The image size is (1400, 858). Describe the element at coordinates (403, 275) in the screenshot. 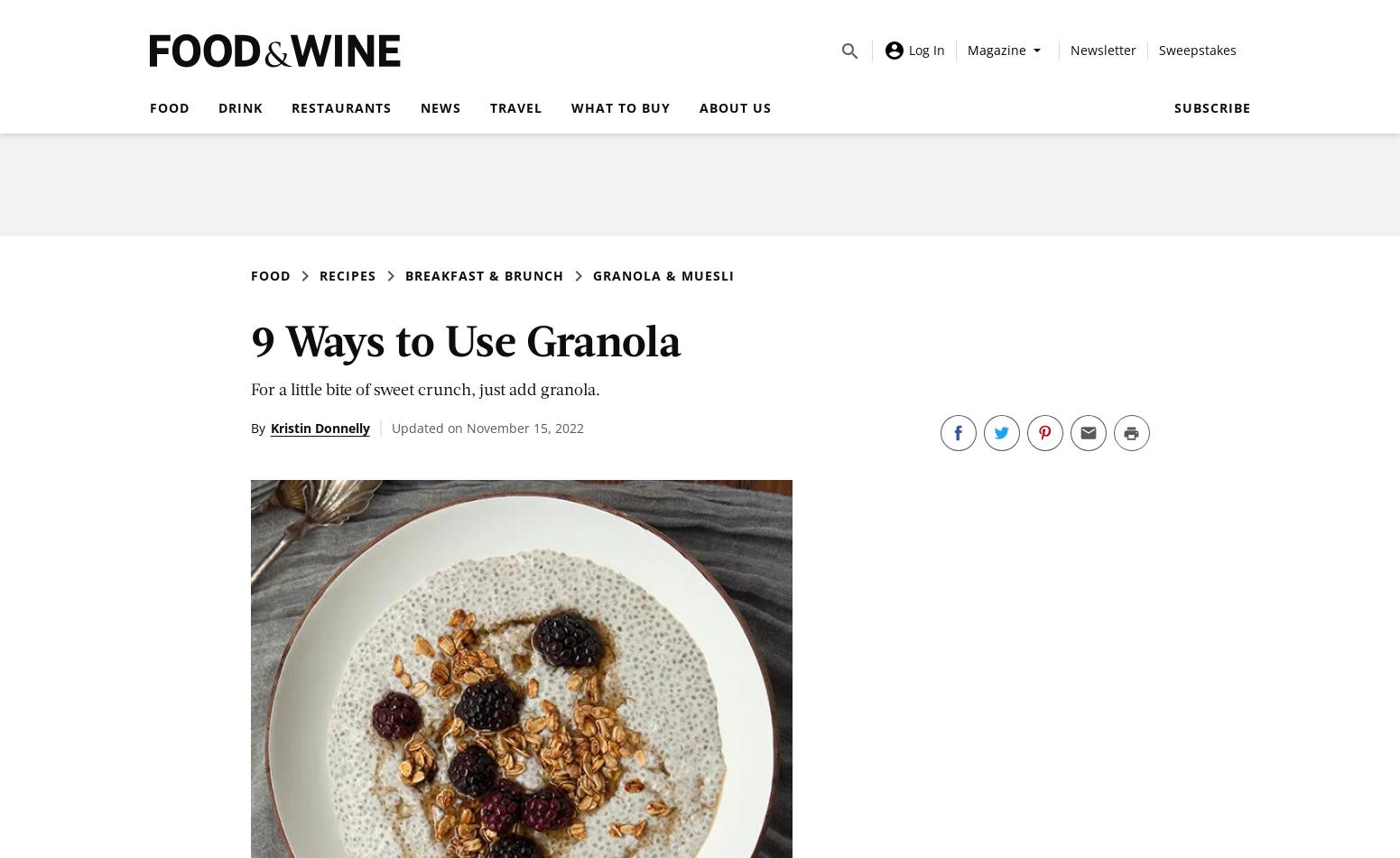

I see `'Breakfast & Brunch'` at that location.